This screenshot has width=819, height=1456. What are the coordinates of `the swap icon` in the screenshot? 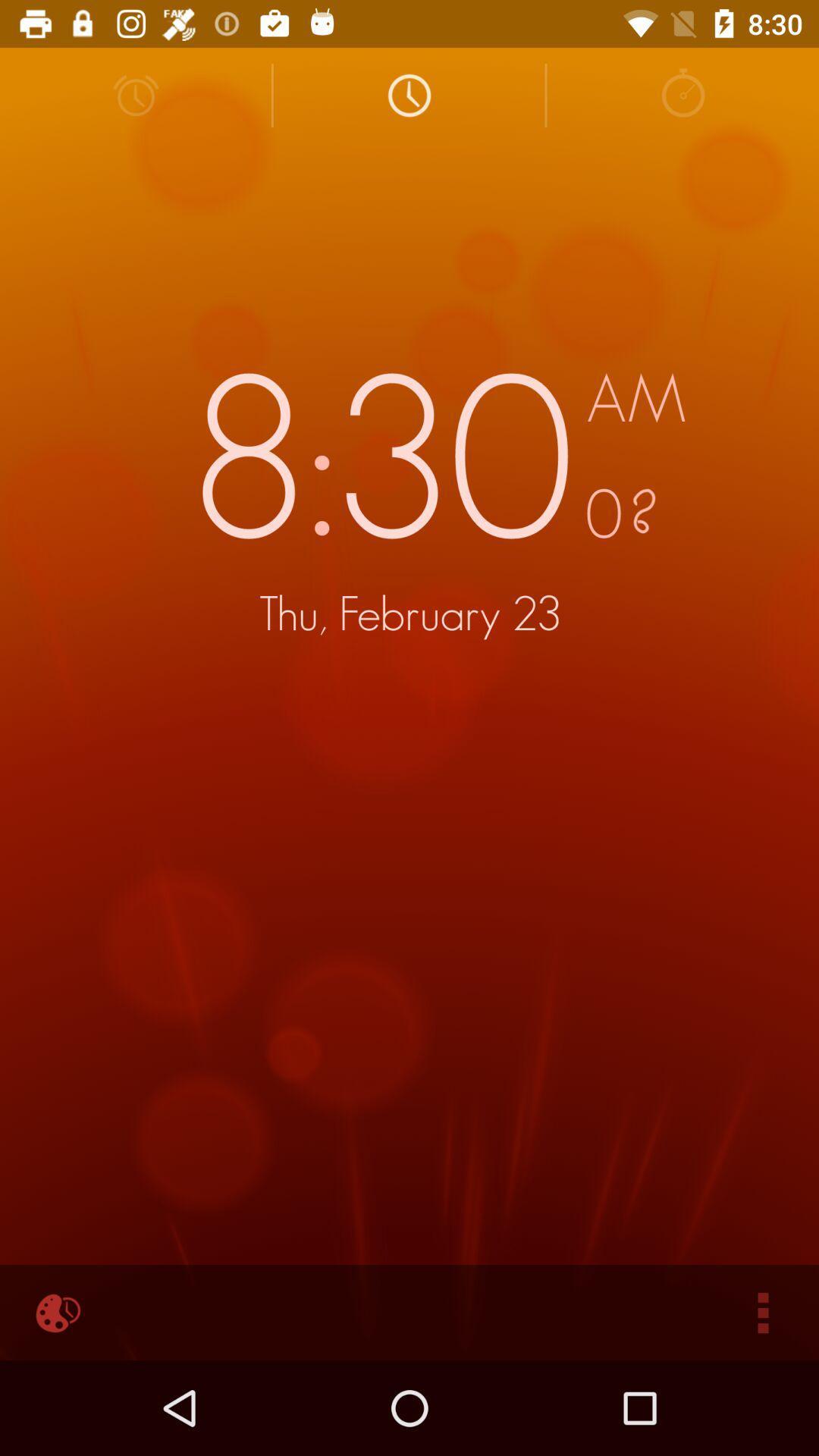 It's located at (408, 94).